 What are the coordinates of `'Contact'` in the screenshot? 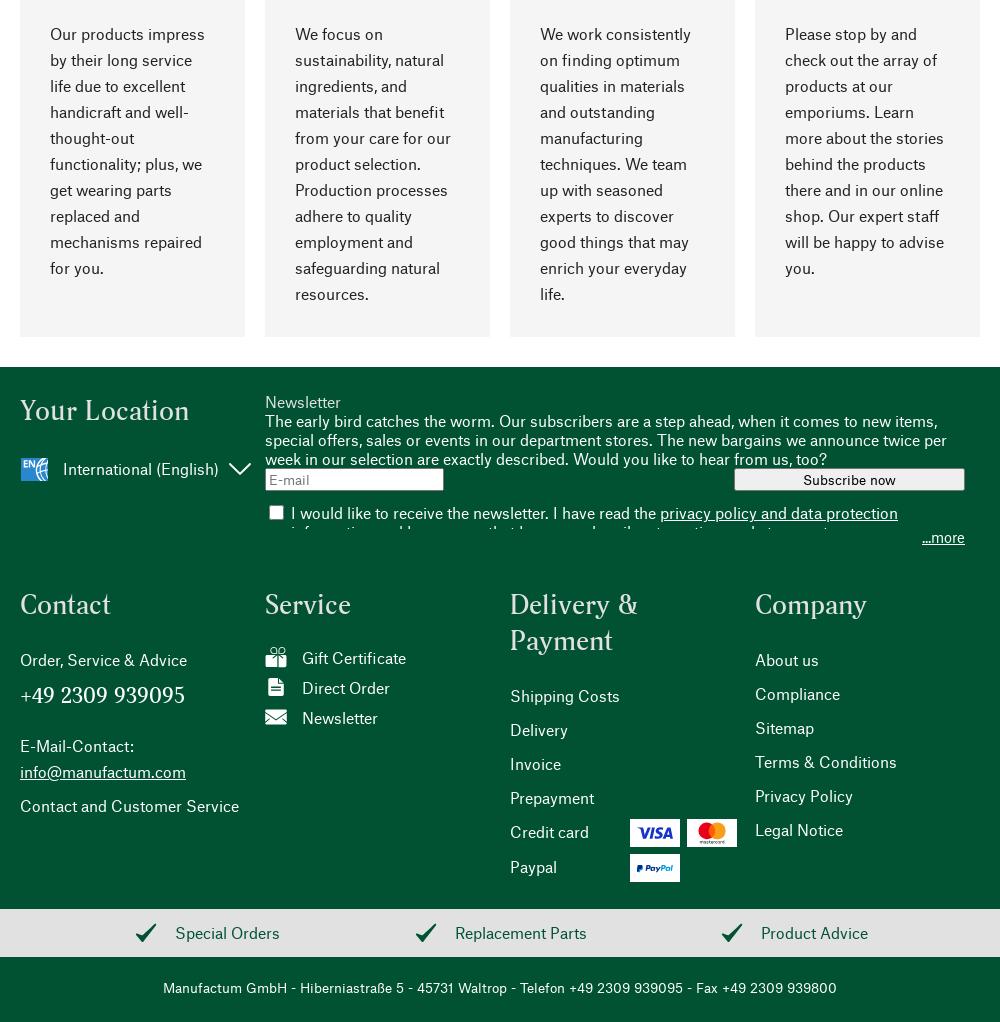 It's located at (64, 603).